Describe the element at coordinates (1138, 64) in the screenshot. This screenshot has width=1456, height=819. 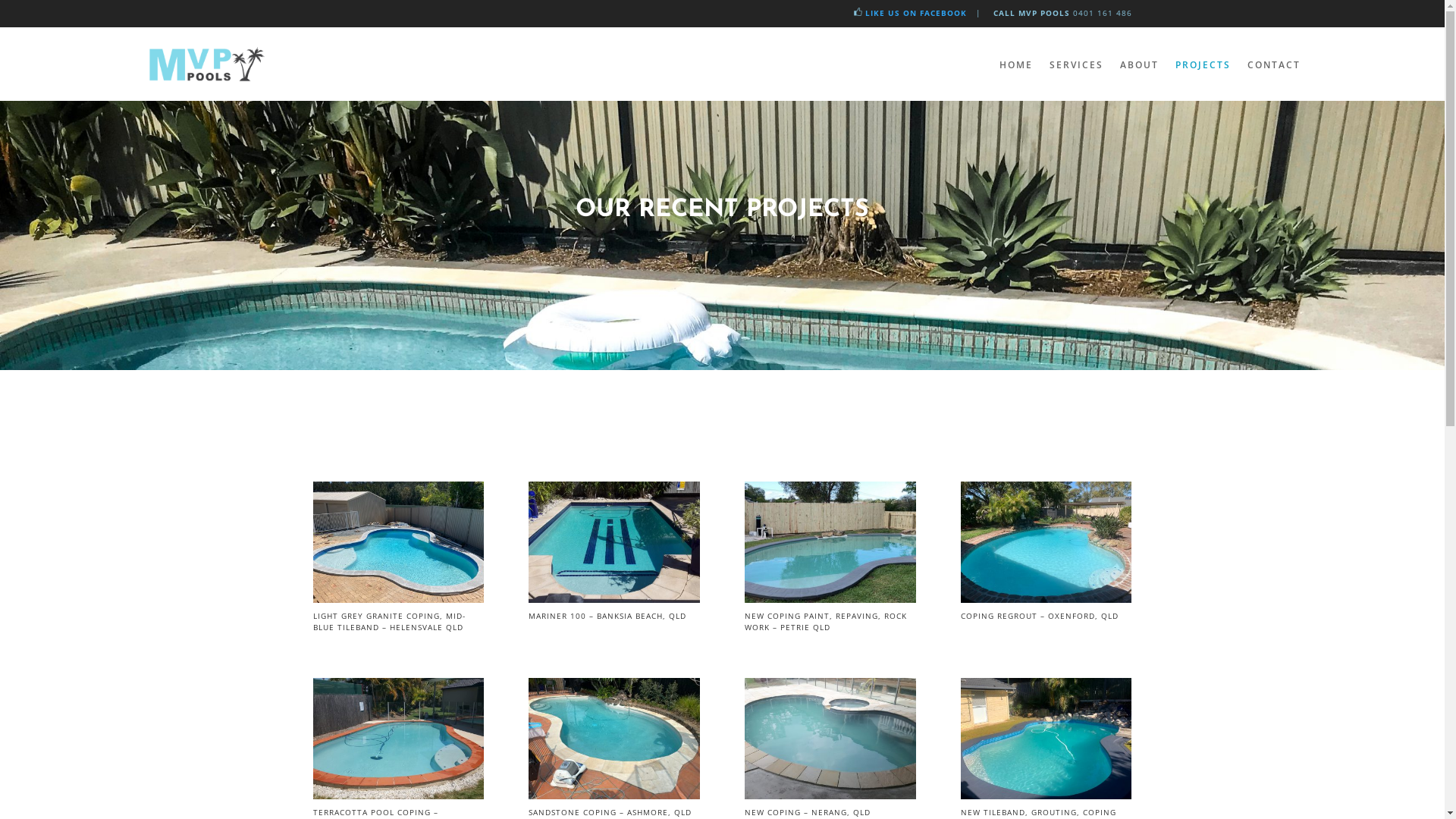
I see `'ABOUT'` at that location.